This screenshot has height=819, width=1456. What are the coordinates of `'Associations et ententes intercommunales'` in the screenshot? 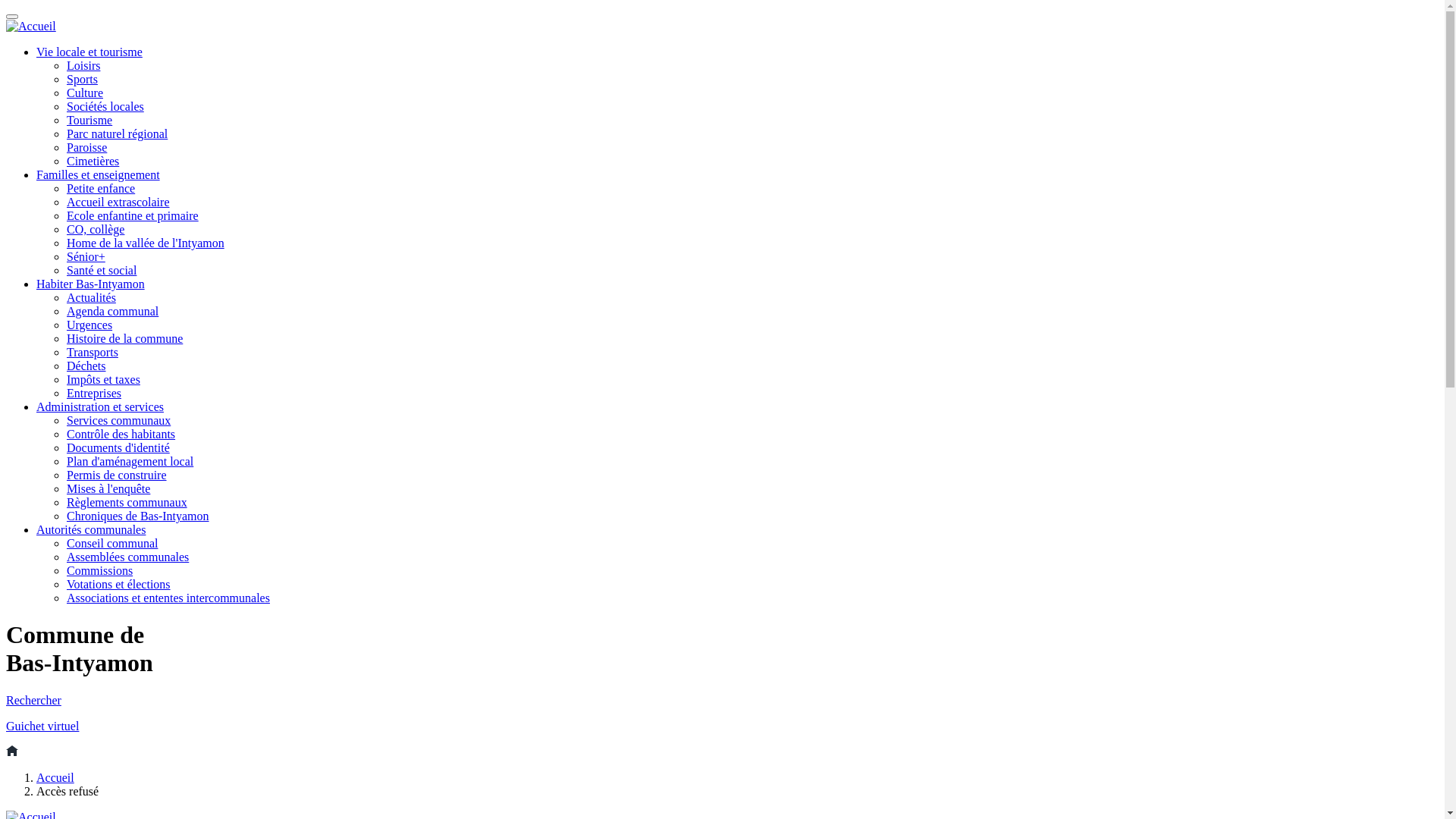 It's located at (168, 597).